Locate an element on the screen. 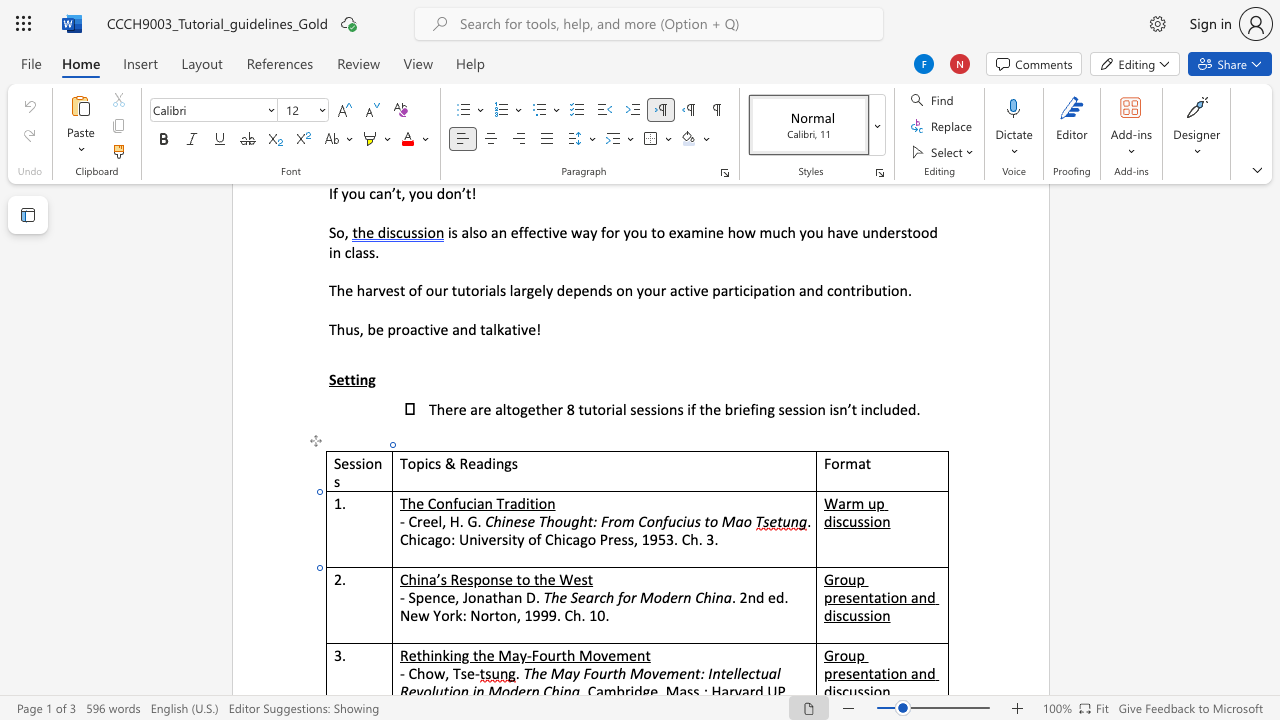 The width and height of the screenshot is (1280, 720). the 1th character "c" in the text is located at coordinates (430, 463).